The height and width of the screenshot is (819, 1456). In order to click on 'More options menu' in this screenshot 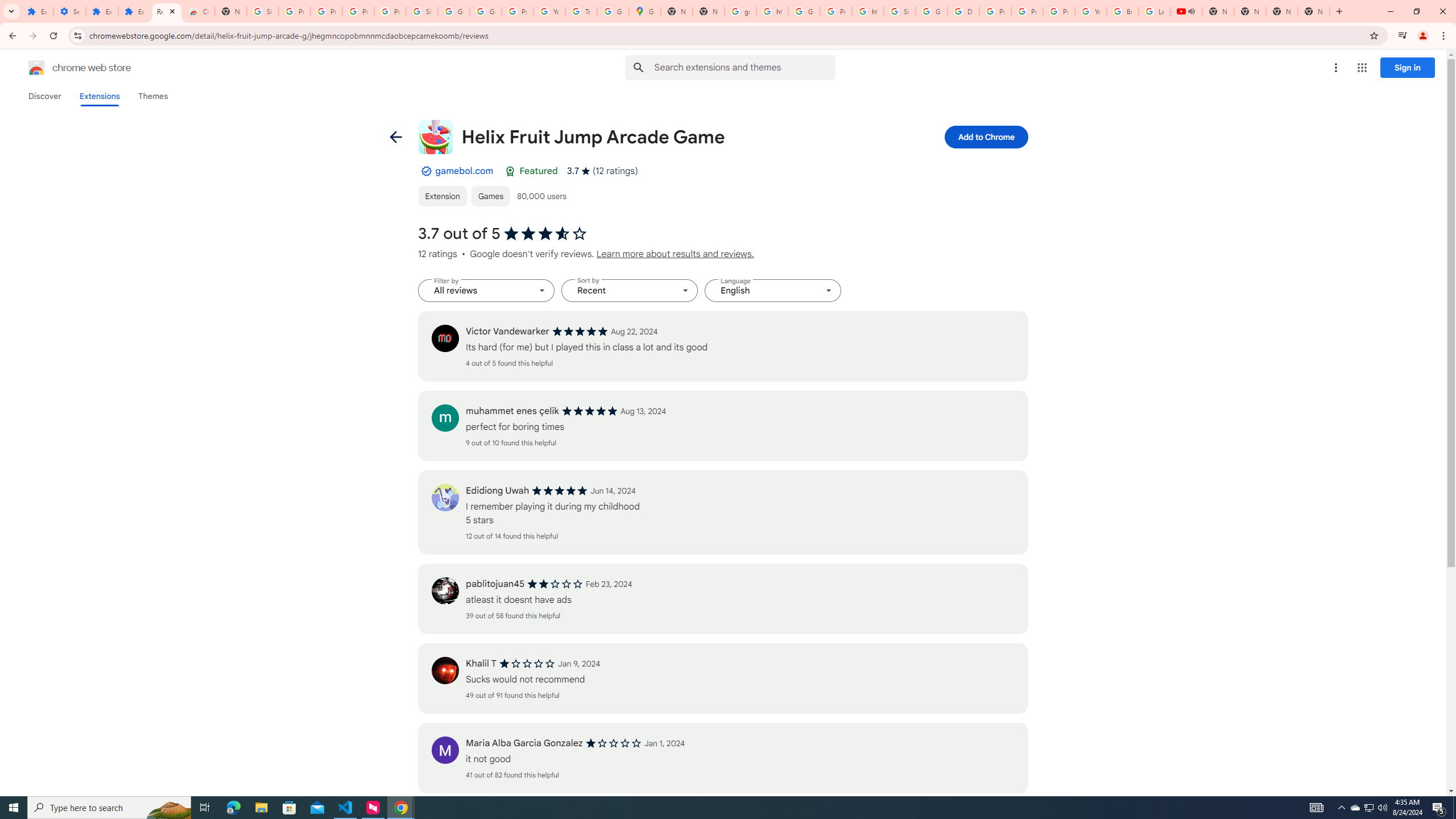, I will do `click(1335, 67)`.